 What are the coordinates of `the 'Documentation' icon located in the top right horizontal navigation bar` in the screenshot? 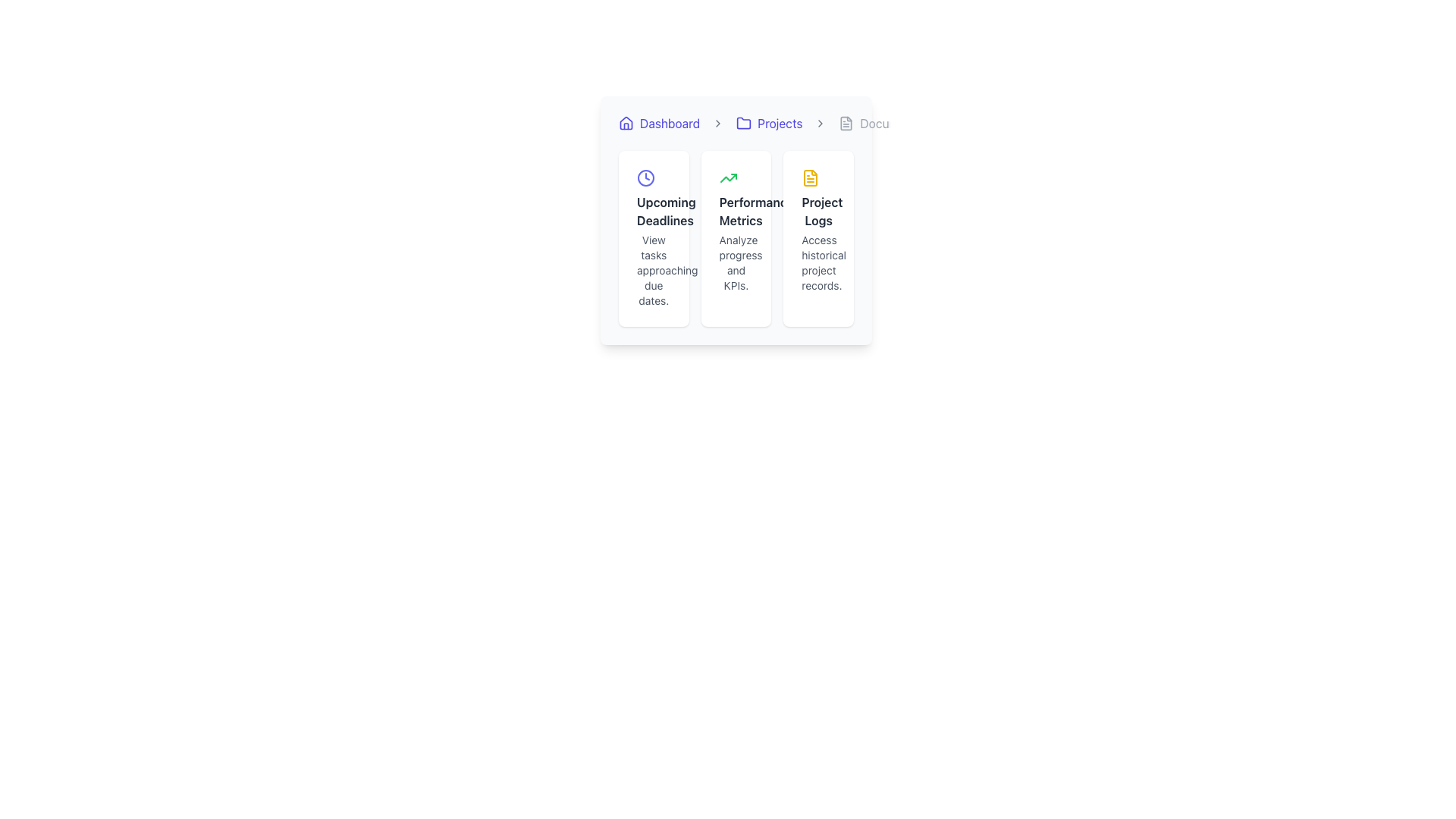 It's located at (846, 122).